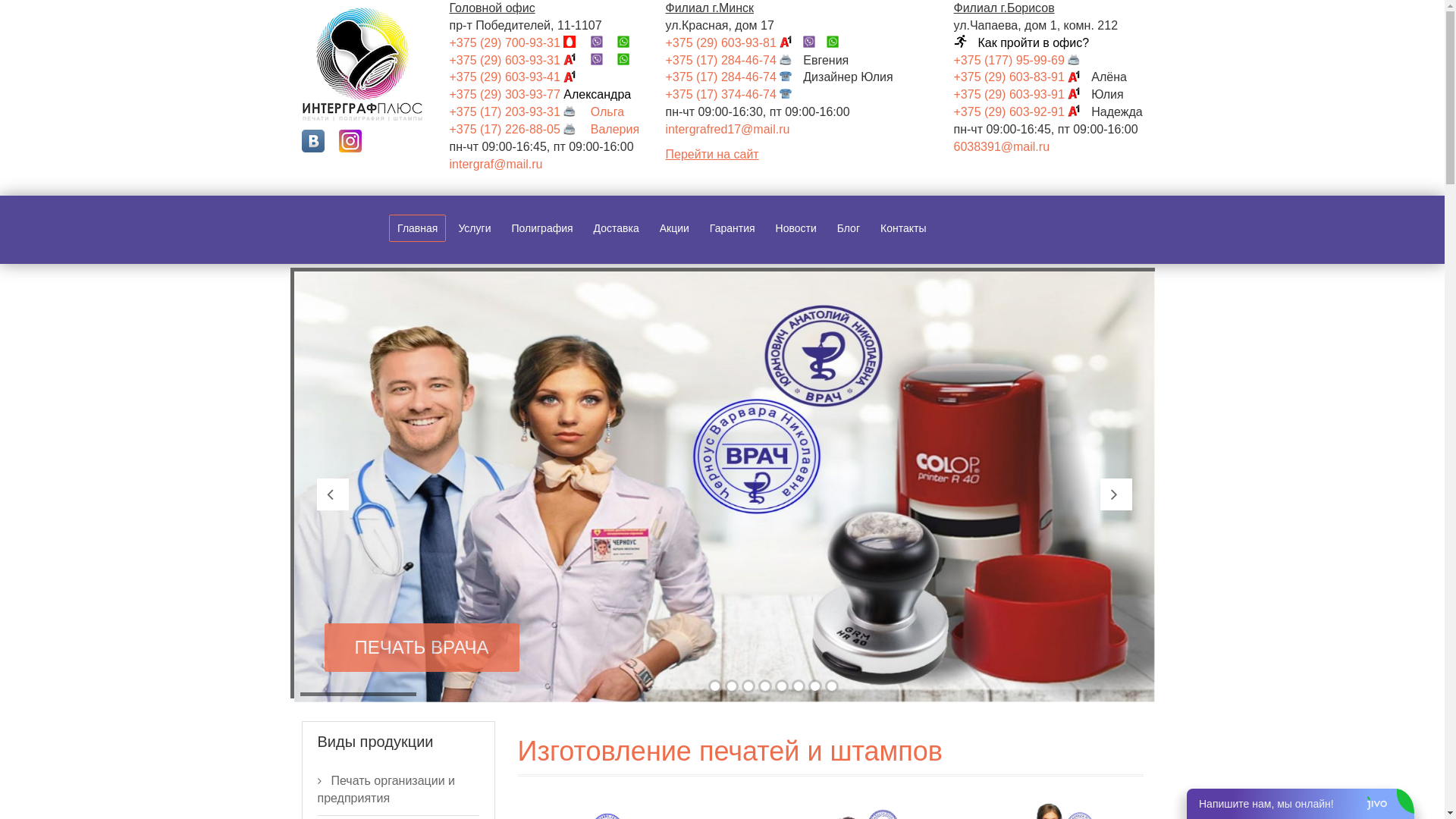 The height and width of the screenshot is (819, 1456). Describe the element at coordinates (728, 128) in the screenshot. I see `'intergrafred17@mail.ru'` at that location.